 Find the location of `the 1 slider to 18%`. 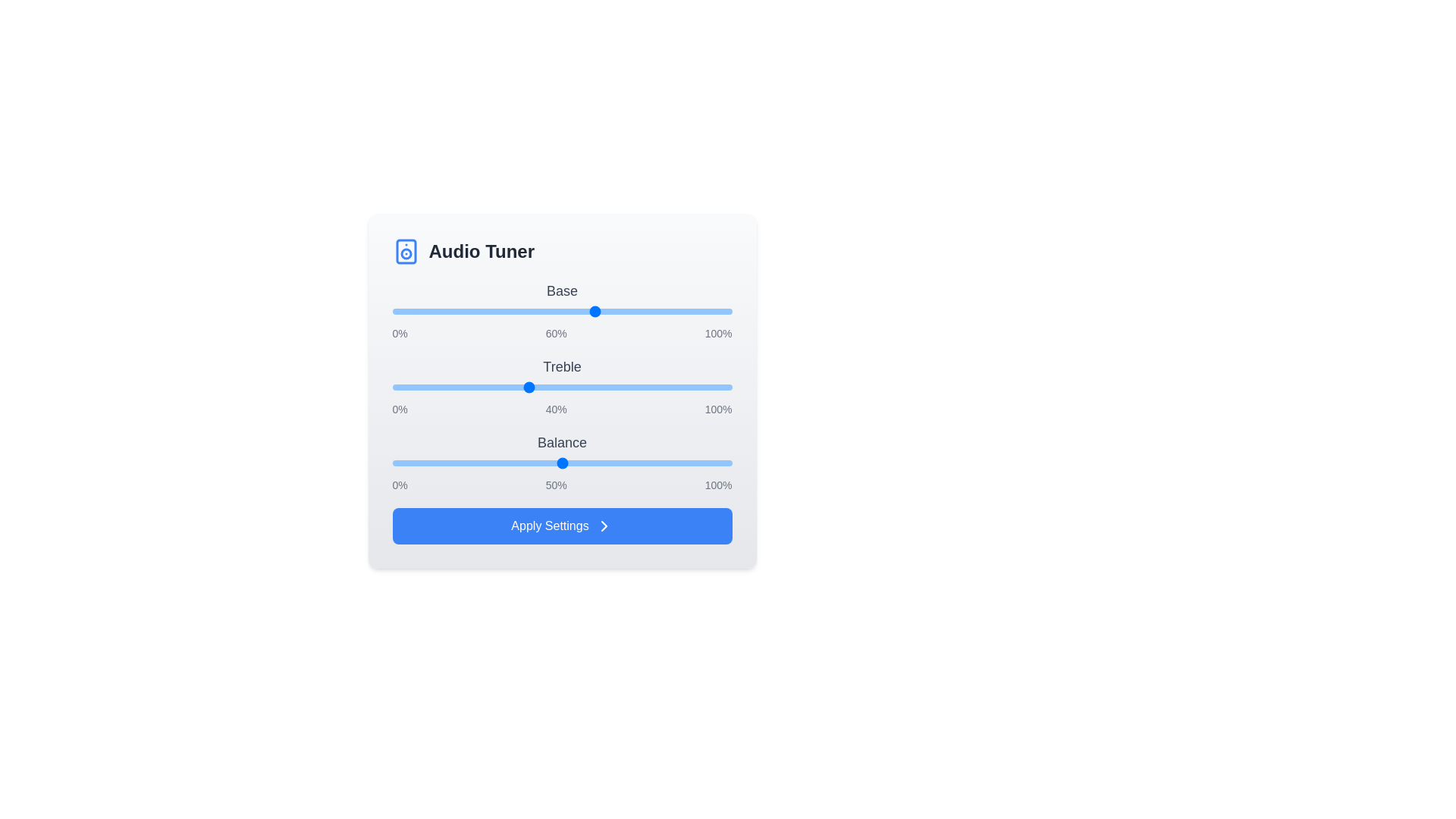

the 1 slider to 18% is located at coordinates (453, 386).